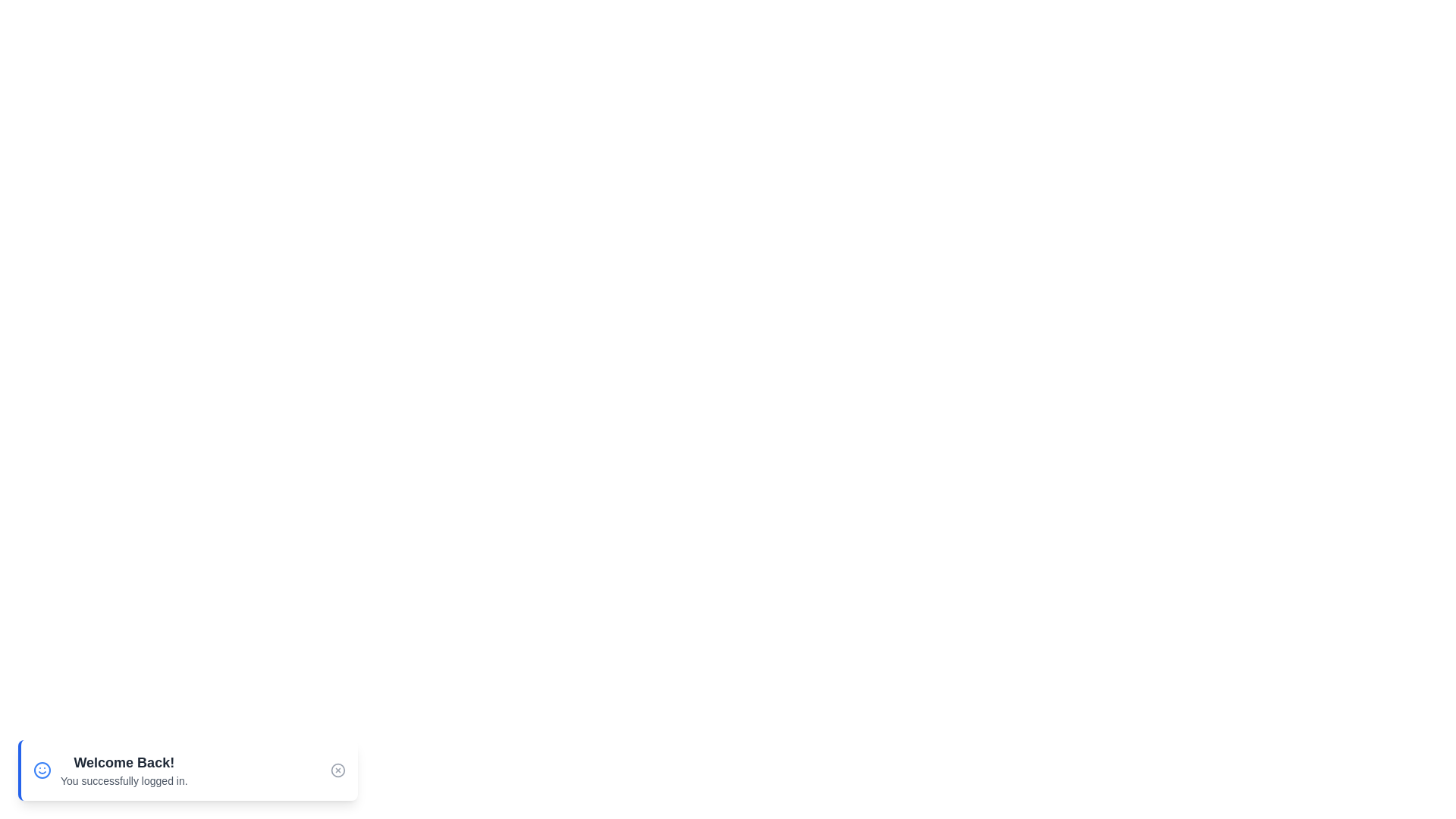 The image size is (1456, 819). I want to click on the dismiss button to close the notification, so click(337, 770).